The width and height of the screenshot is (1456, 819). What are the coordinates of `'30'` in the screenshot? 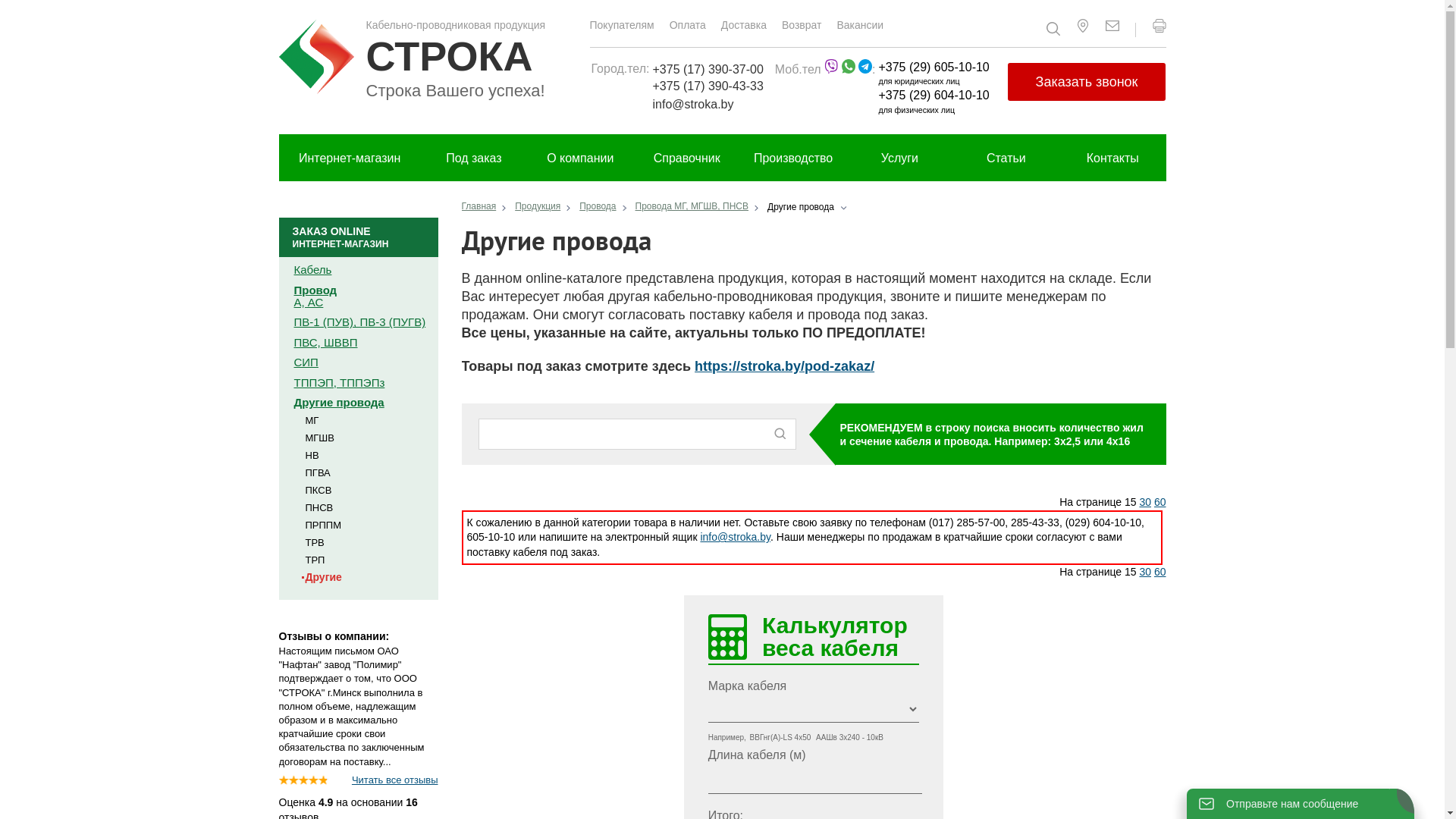 It's located at (1145, 502).